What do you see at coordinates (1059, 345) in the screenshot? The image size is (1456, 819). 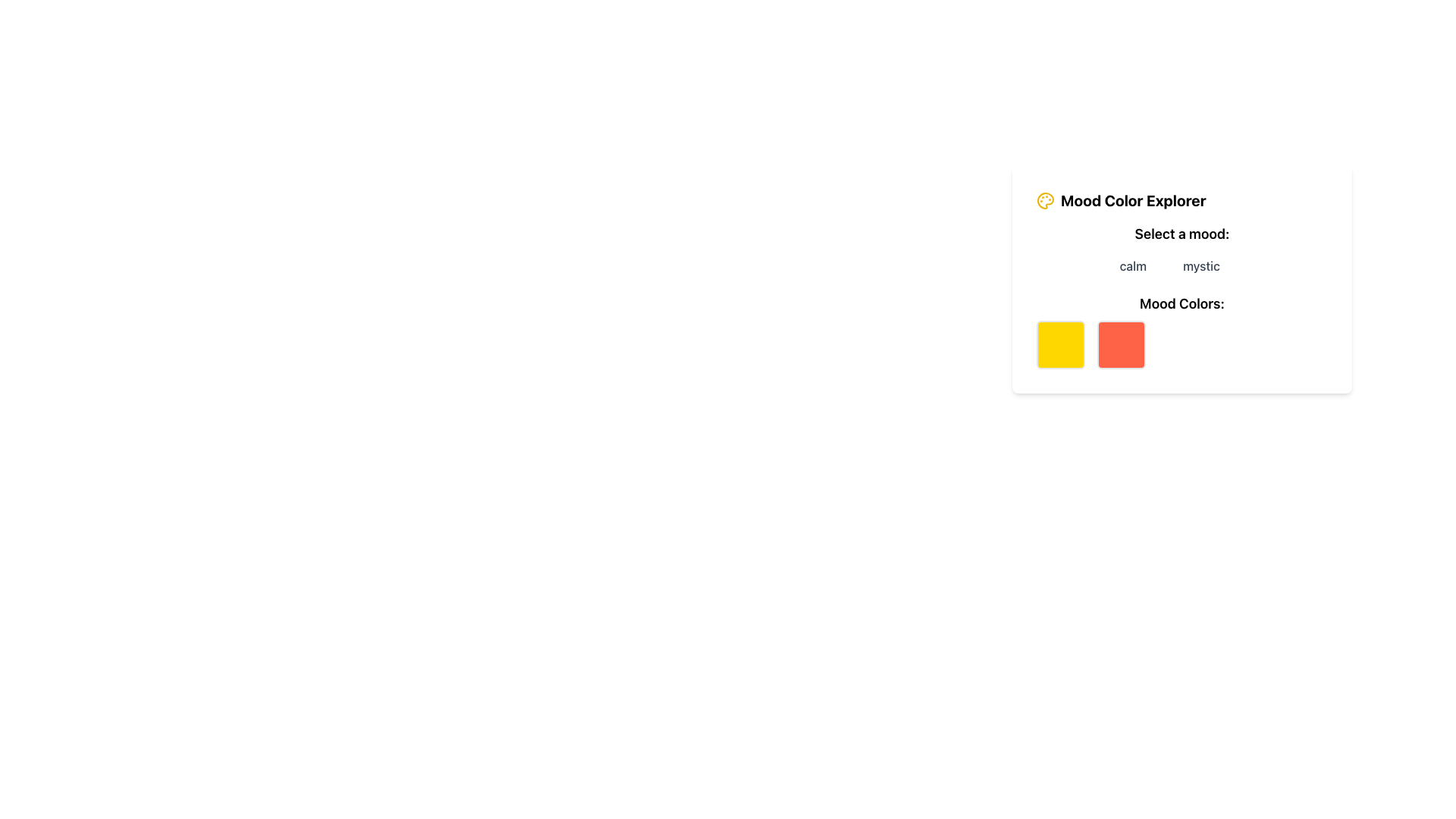 I see `the bright yellow square visual indicator with rounded corners located in the first position of the 'Mood Colors:' section` at bounding box center [1059, 345].